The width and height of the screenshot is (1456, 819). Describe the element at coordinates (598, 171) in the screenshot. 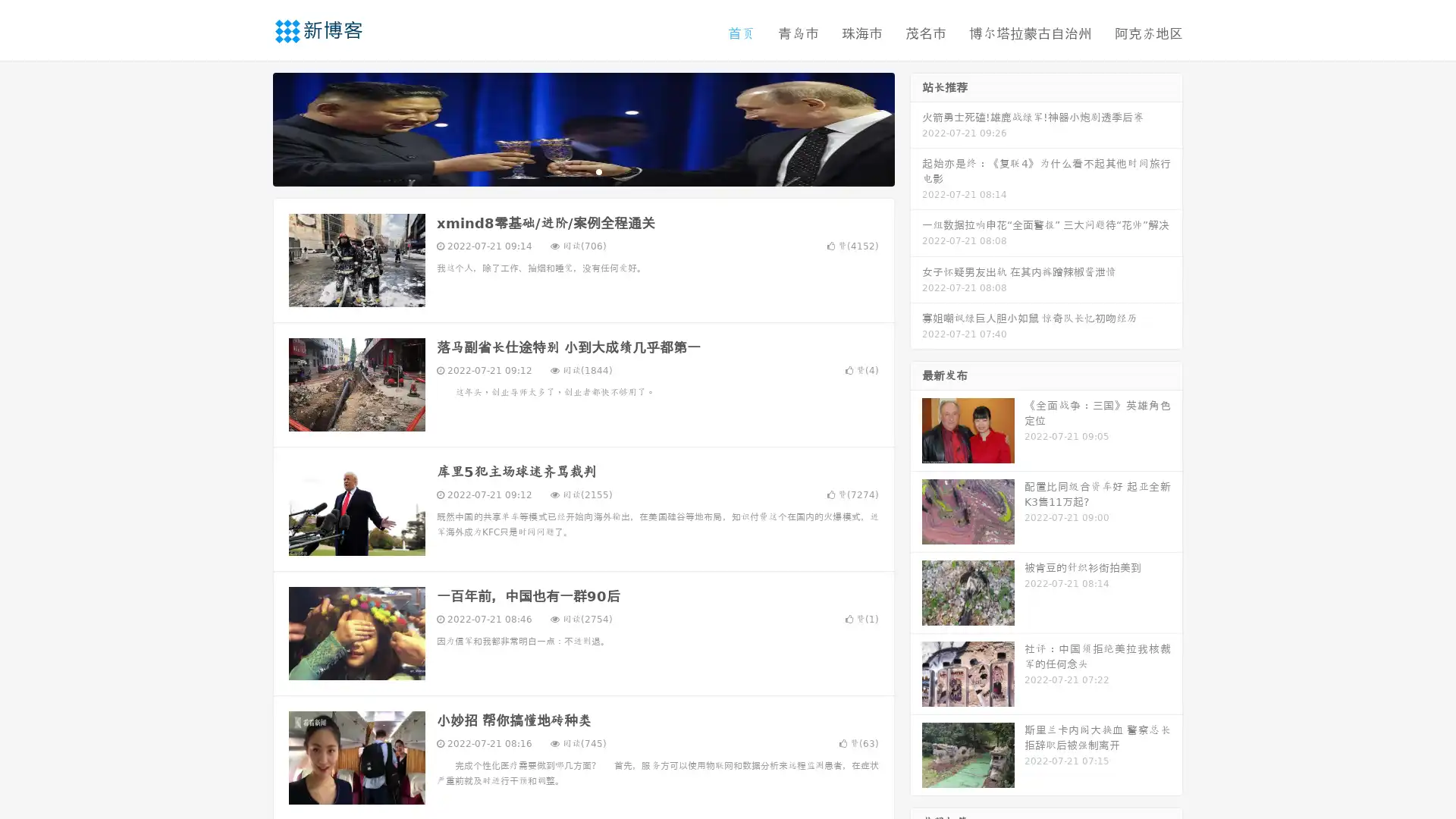

I see `Go to slide 3` at that location.